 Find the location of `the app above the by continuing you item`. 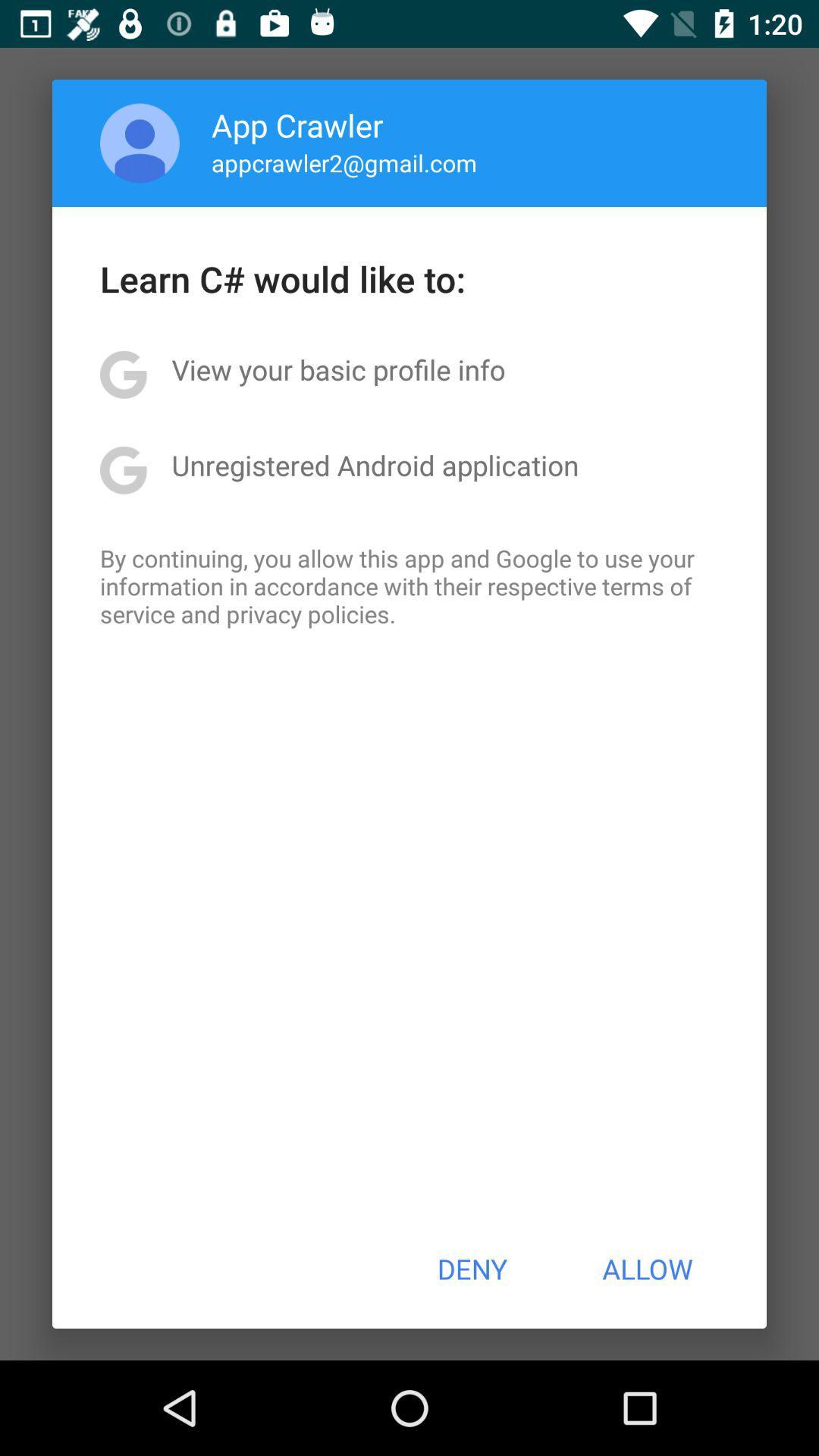

the app above the by continuing you item is located at coordinates (375, 464).